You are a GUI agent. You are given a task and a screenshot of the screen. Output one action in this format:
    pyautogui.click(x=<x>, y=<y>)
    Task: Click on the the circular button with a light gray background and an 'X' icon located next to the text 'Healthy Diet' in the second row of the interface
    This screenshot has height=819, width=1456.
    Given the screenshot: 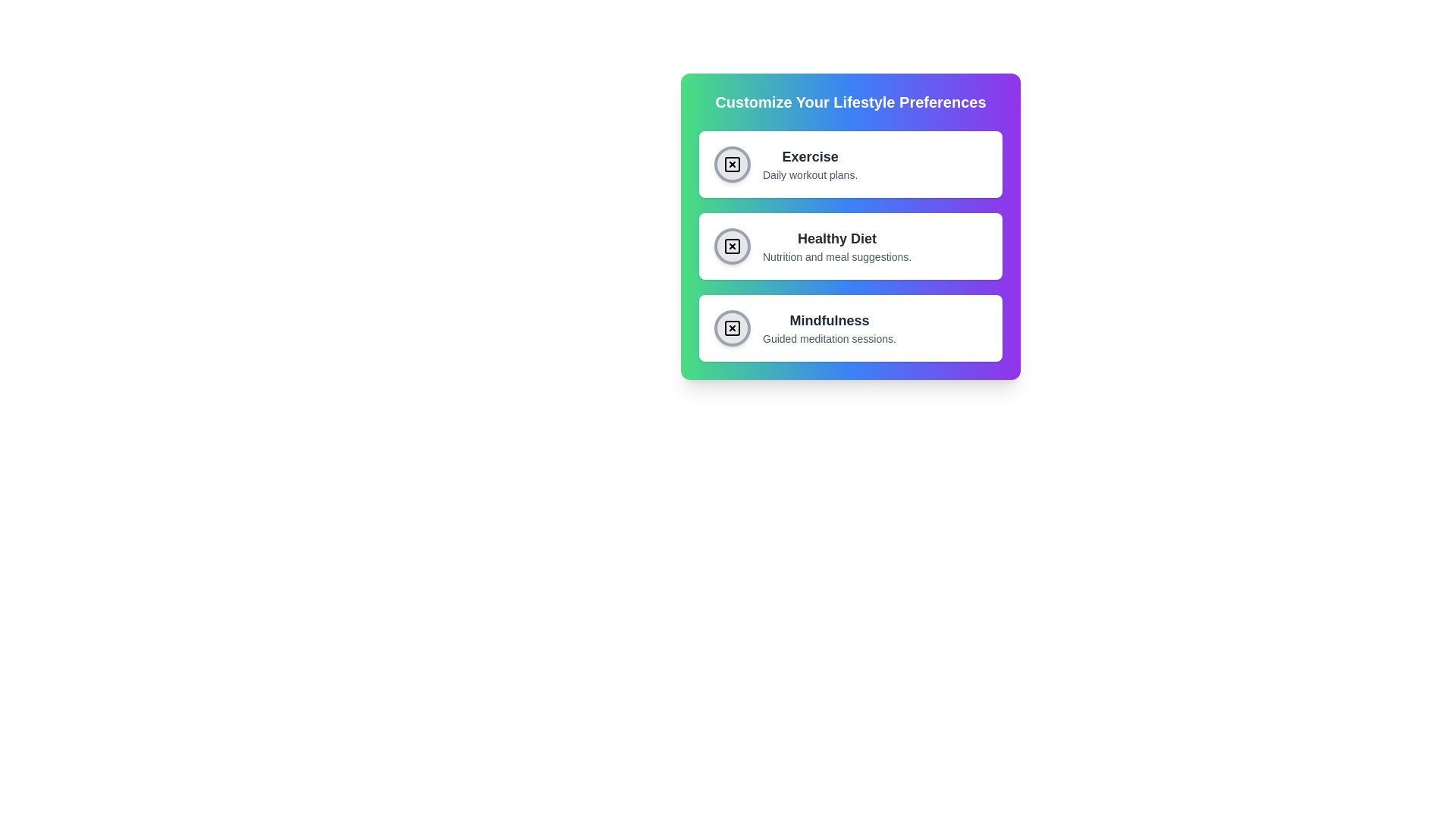 What is the action you would take?
    pyautogui.click(x=732, y=245)
    